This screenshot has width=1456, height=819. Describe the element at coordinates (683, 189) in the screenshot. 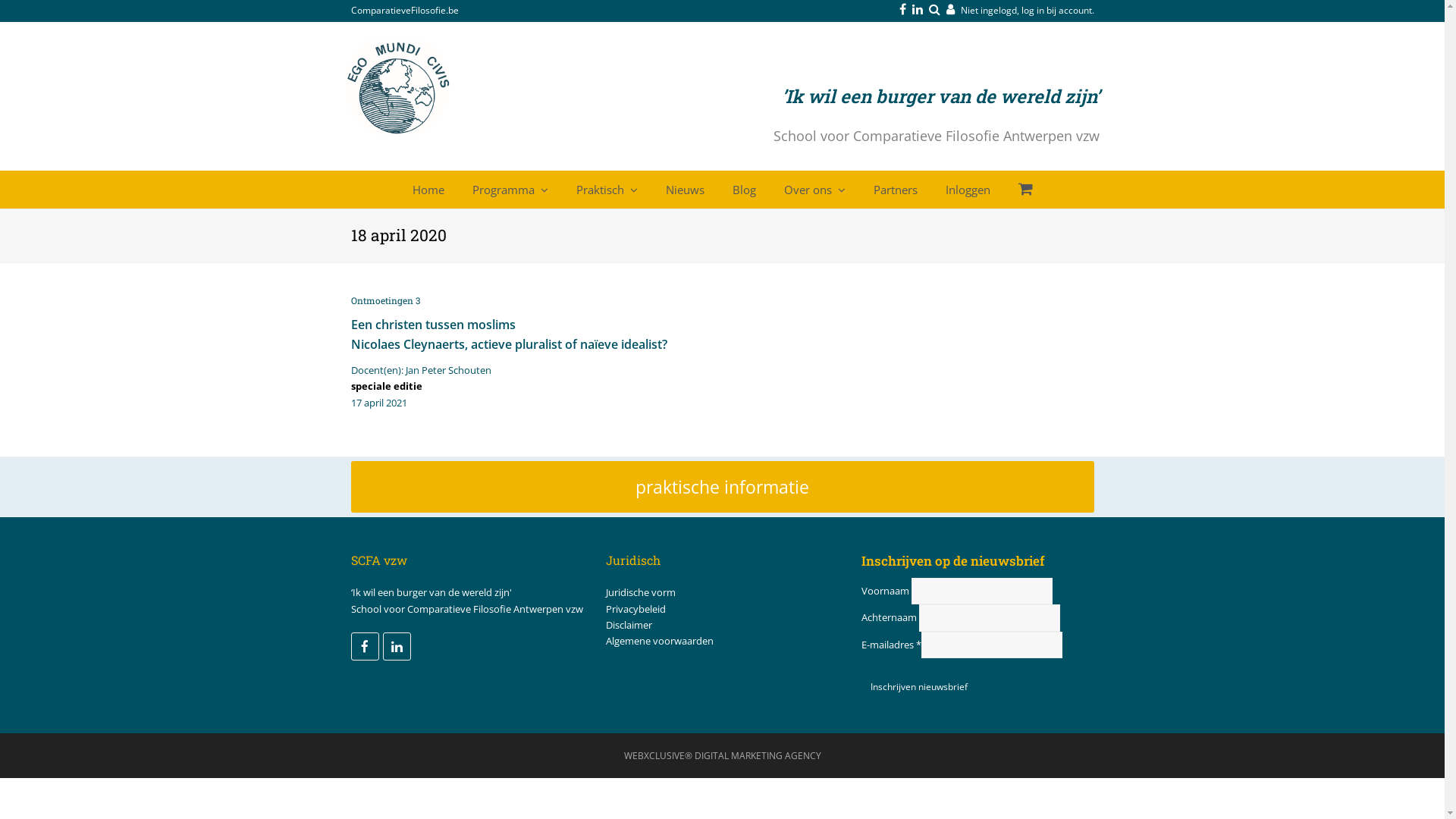

I see `'Nieuws'` at that location.